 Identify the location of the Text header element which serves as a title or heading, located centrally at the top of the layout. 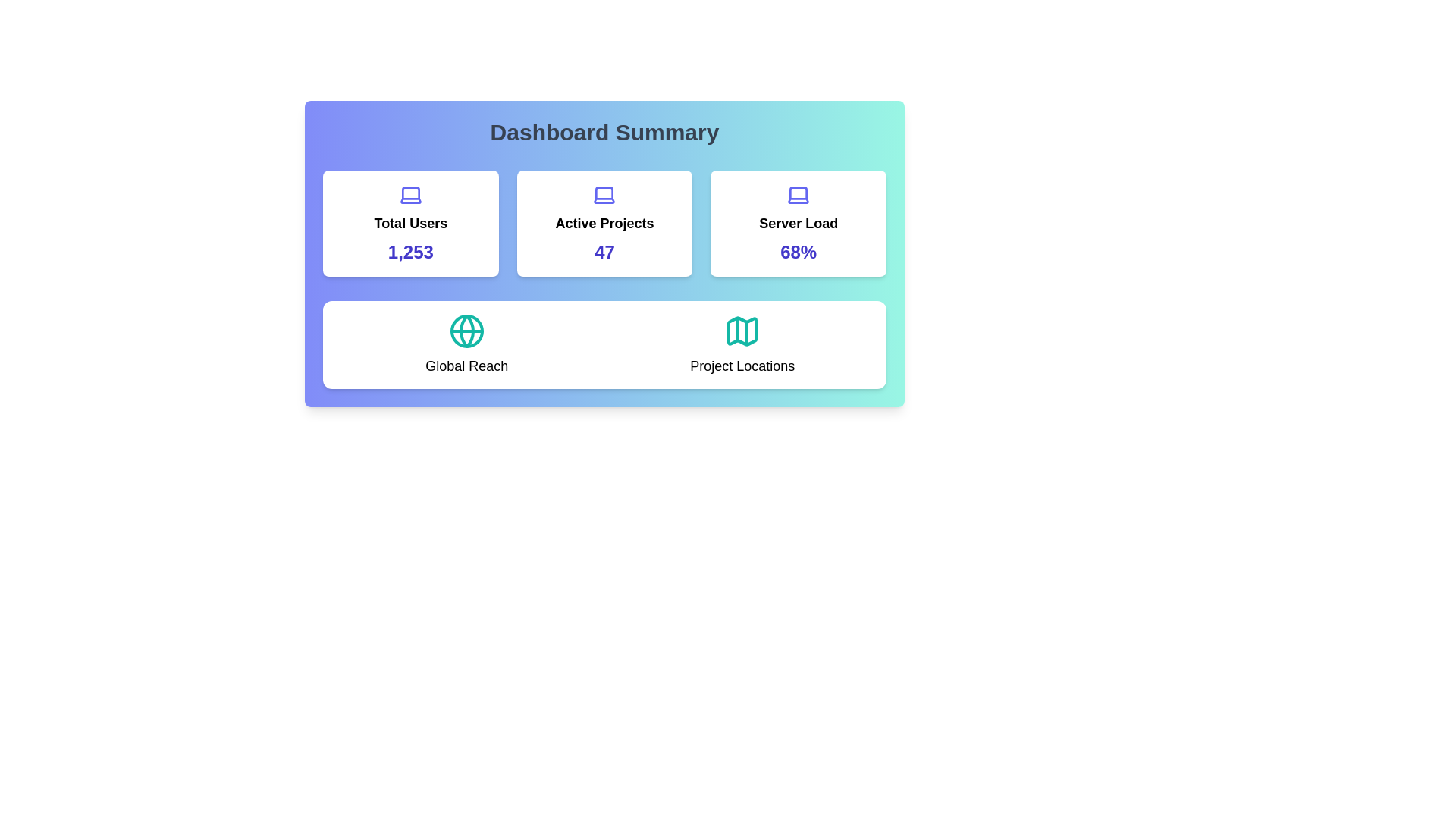
(604, 131).